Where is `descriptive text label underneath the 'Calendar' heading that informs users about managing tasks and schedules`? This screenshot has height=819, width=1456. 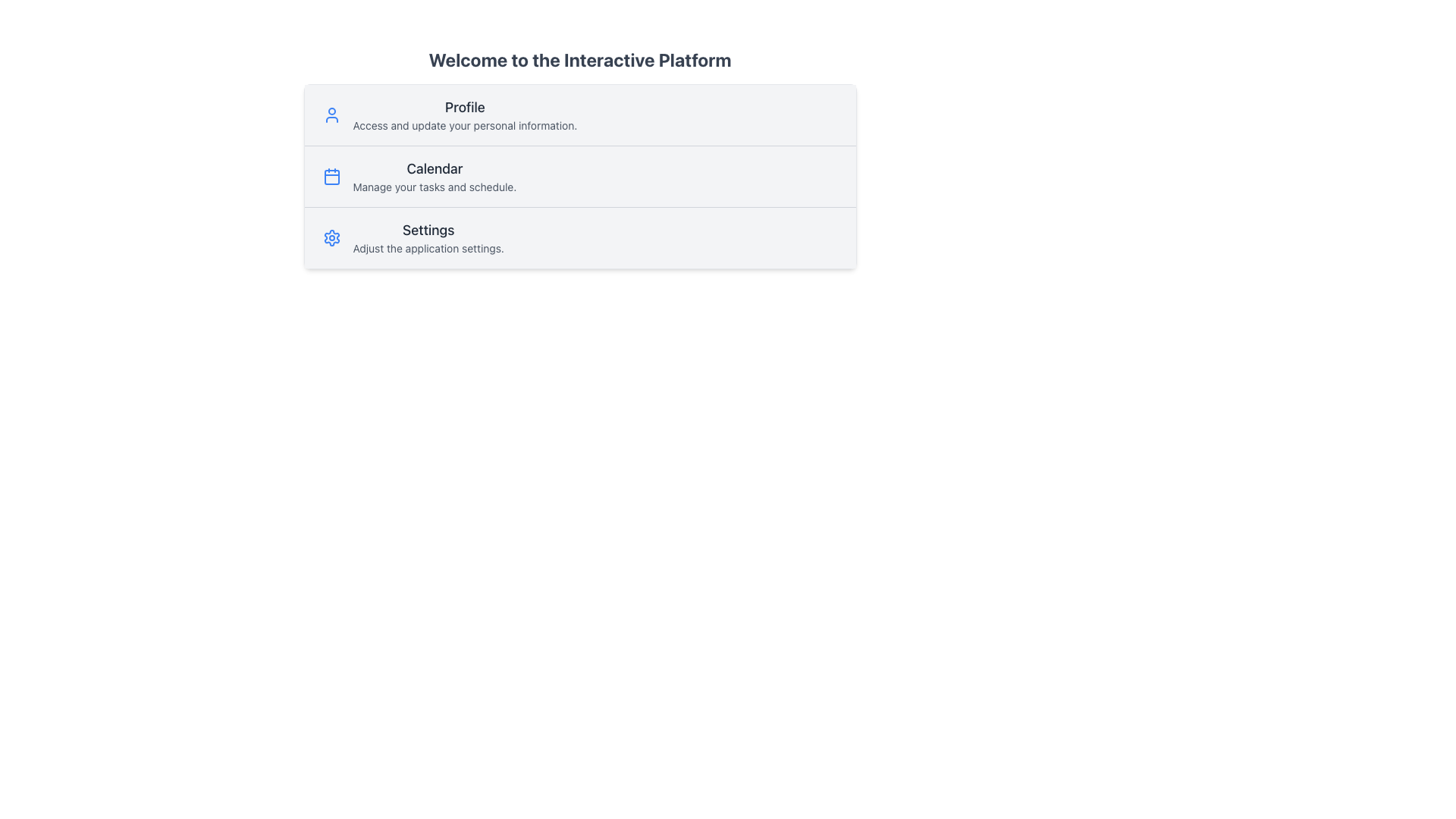 descriptive text label underneath the 'Calendar' heading that informs users about managing tasks and schedules is located at coordinates (434, 186).